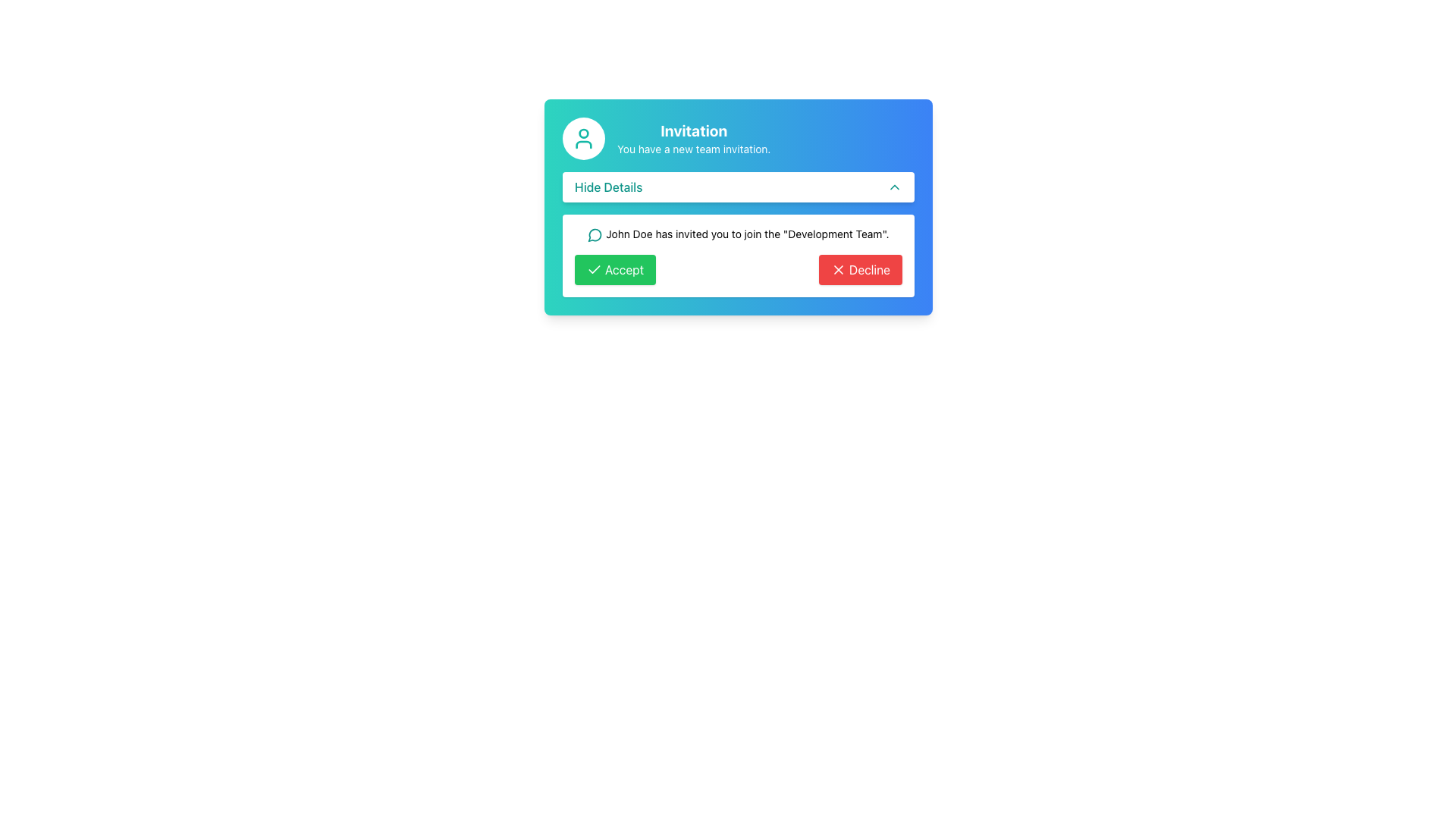  Describe the element at coordinates (594, 235) in the screenshot. I see `the teal circular icon with a speech-bubble-like outline located to the left of the invitation text 'John Doe has invited you to join the Development Team'` at that location.